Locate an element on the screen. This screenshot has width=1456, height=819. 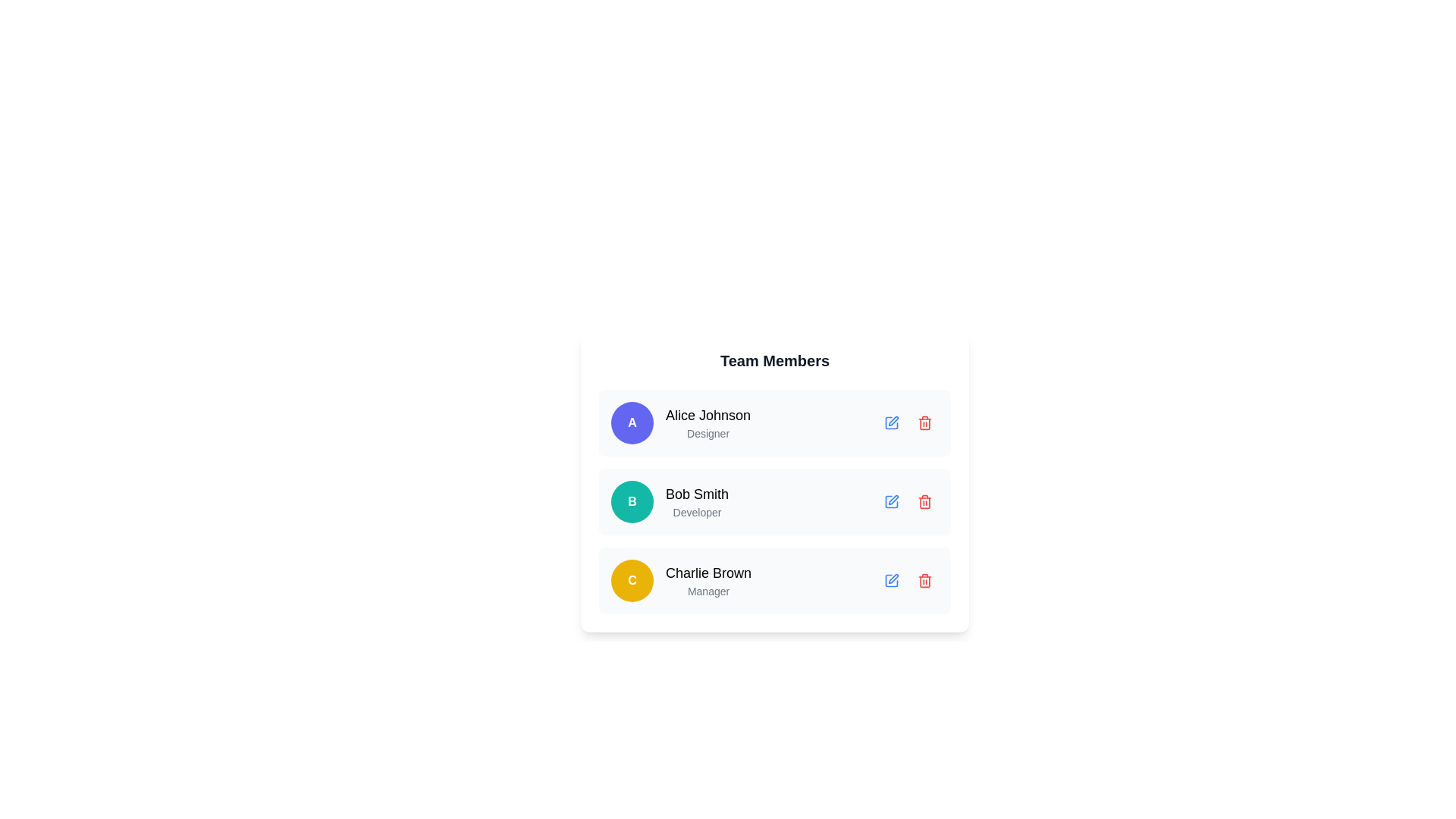
the edit icon button located in the second row of the 'Team Members' list, between 'Bob Smith' and the red trash icon to initiate an edit action is located at coordinates (892, 502).